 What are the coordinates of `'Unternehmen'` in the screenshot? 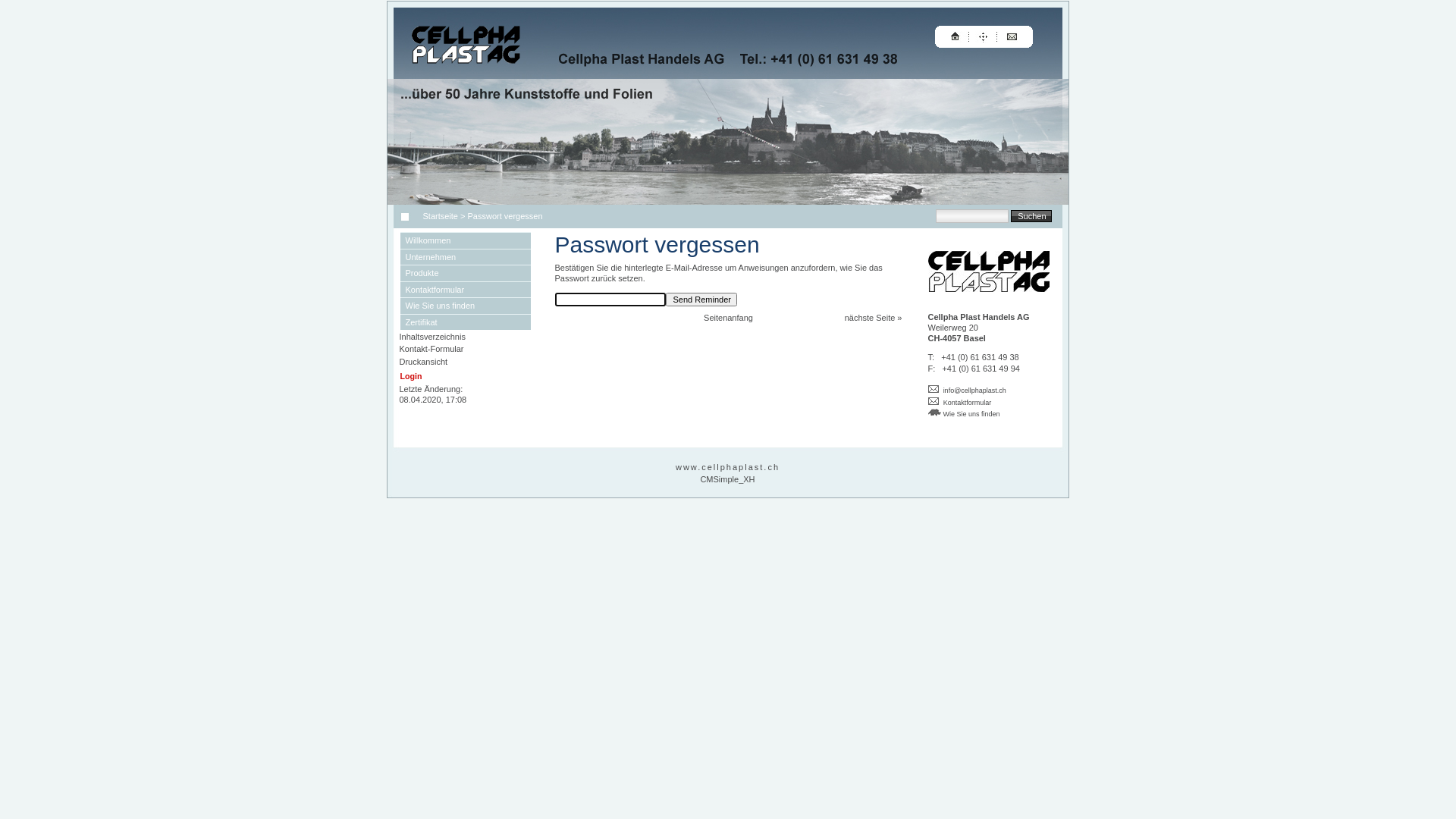 It's located at (465, 256).